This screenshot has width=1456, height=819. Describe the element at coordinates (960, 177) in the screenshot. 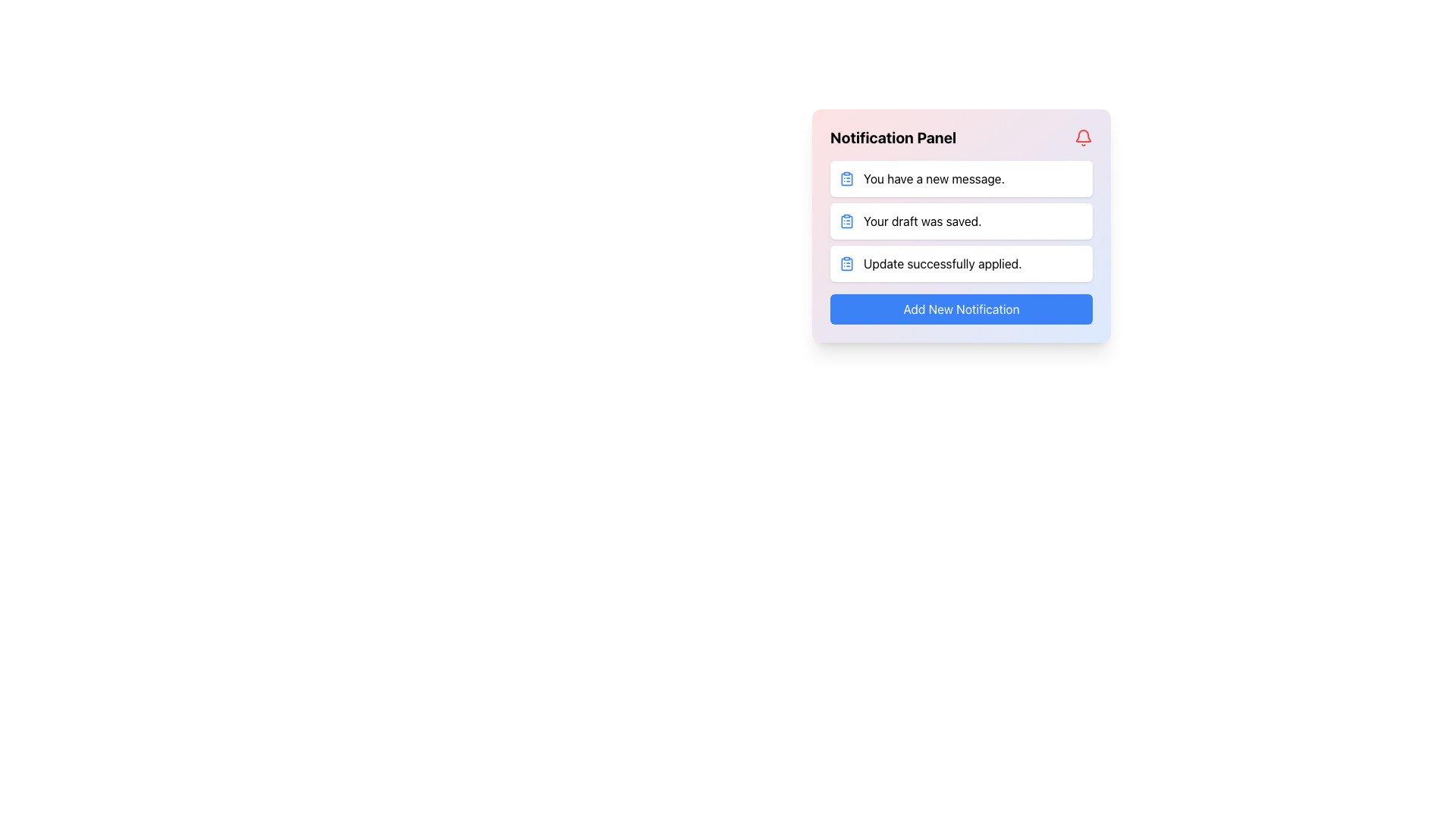

I see `notification text from the Notification Card displaying 'You have a new message.' located at the top of the Notification Panel` at that location.